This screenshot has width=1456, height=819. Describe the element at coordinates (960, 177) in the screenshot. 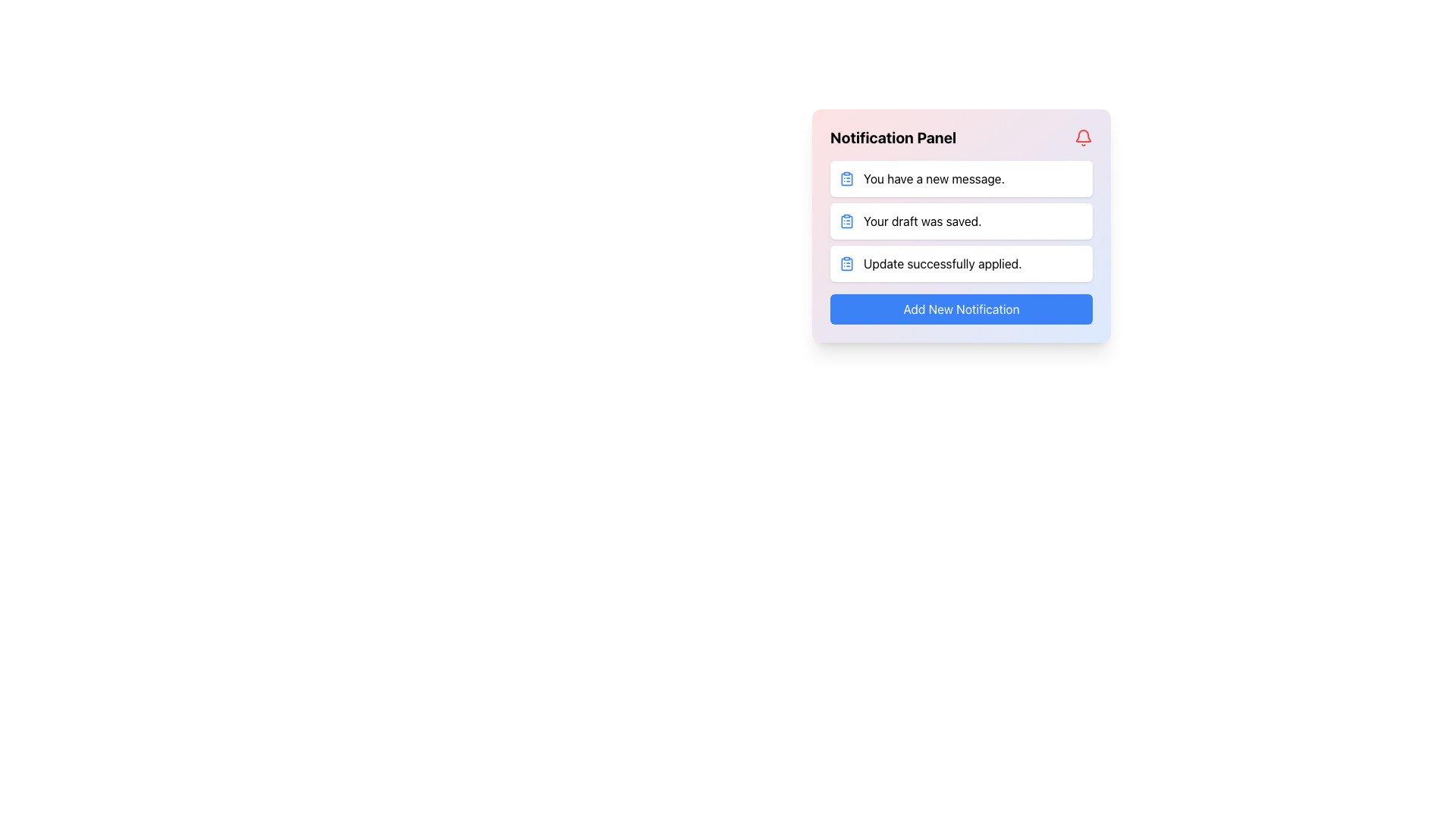

I see `notification text from the Notification Card displaying 'You have a new message.' located at the top of the Notification Panel` at that location.